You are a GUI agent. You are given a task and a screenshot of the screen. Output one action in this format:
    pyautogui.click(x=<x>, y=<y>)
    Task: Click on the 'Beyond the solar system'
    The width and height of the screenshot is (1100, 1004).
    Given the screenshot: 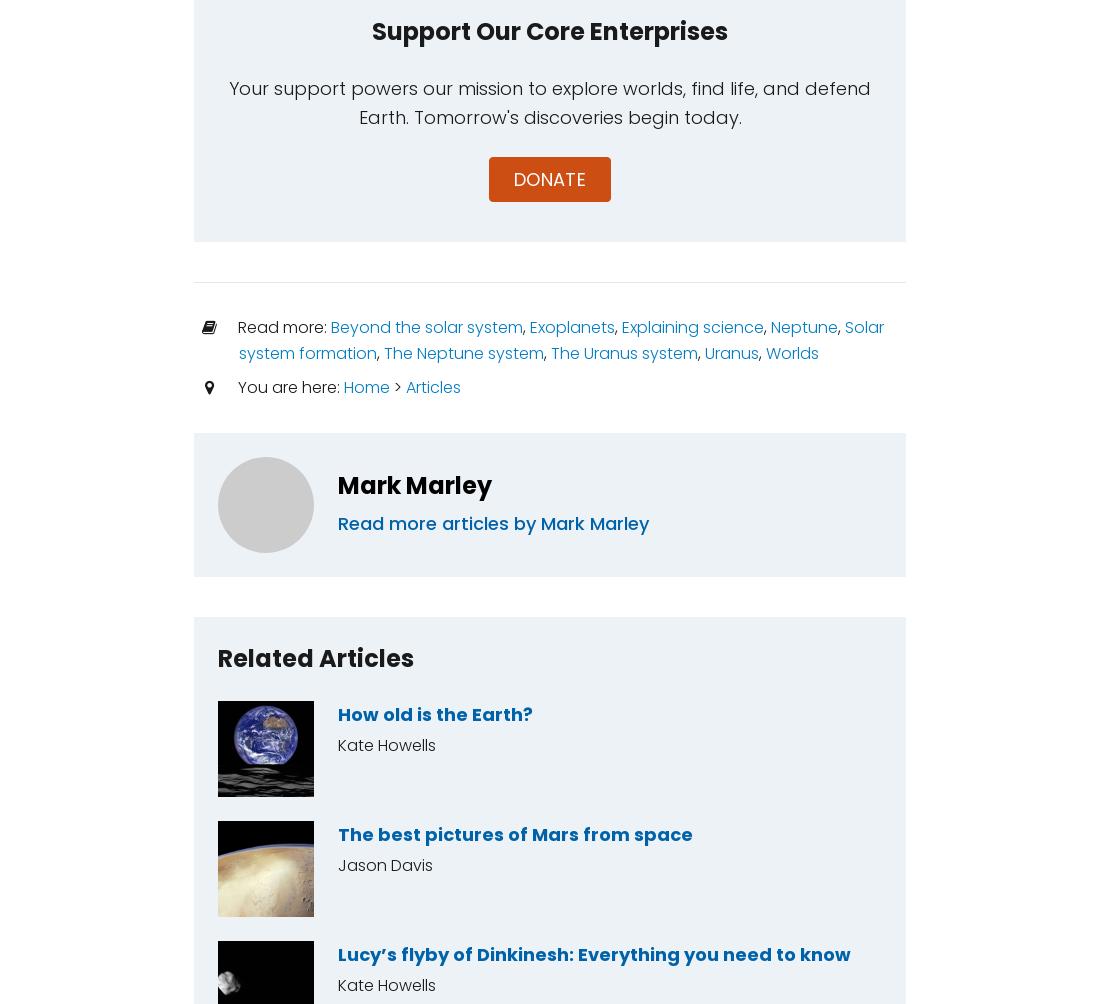 What is the action you would take?
    pyautogui.click(x=425, y=326)
    